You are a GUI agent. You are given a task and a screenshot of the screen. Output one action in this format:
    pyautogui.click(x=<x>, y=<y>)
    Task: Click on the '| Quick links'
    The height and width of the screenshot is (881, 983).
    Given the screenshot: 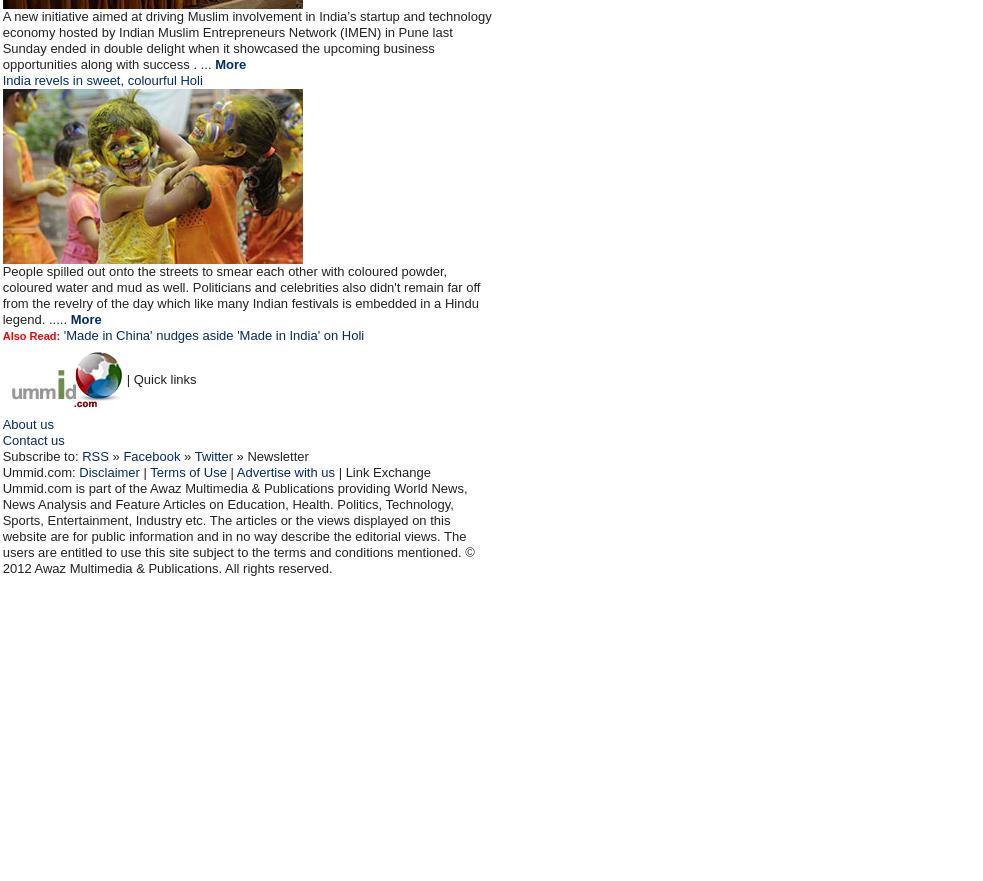 What is the action you would take?
    pyautogui.click(x=160, y=379)
    